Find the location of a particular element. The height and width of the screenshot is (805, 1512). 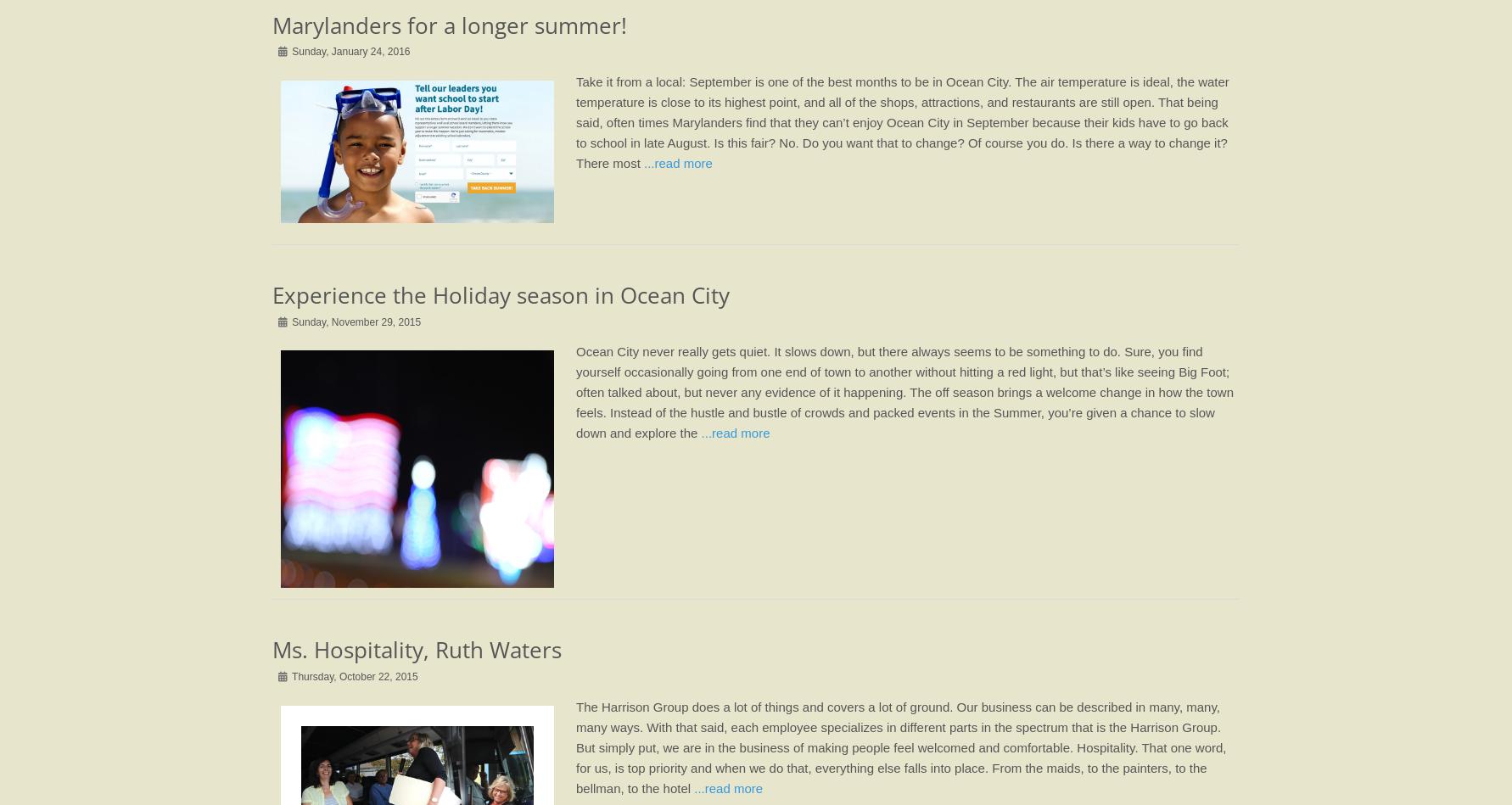

'Ms. Hospitality, Ruth Waters' is located at coordinates (271, 650).